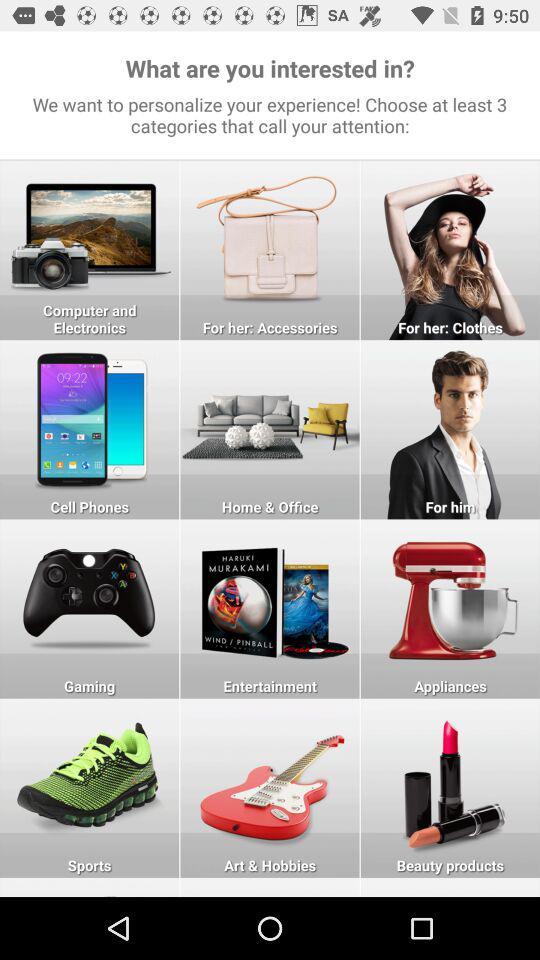 This screenshot has height=960, width=540. What do you see at coordinates (88, 608) in the screenshot?
I see `chose in applings` at bounding box center [88, 608].